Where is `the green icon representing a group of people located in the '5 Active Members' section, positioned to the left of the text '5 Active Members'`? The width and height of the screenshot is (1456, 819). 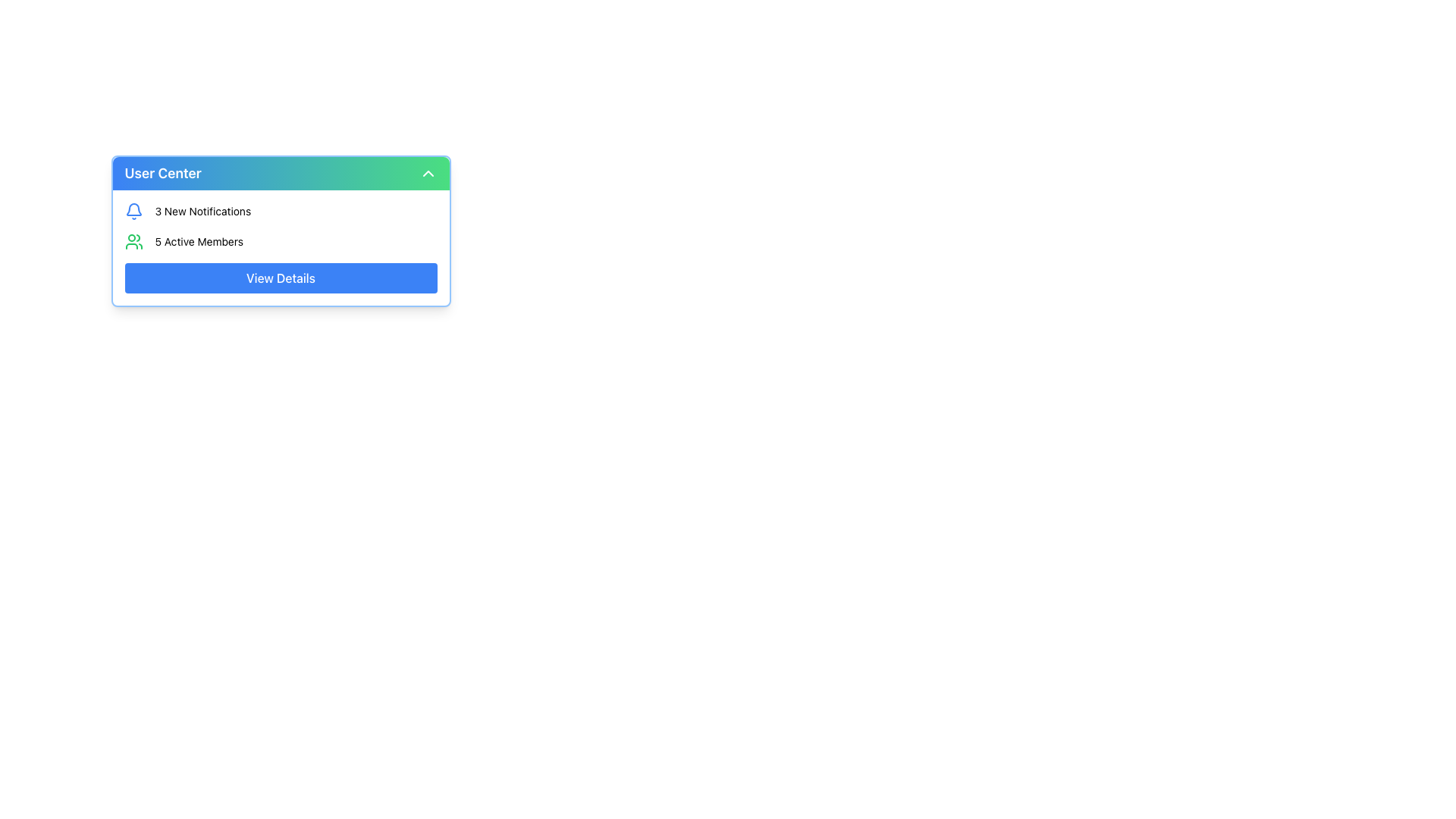 the green icon representing a group of people located in the '5 Active Members' section, positioned to the left of the text '5 Active Members' is located at coordinates (133, 241).